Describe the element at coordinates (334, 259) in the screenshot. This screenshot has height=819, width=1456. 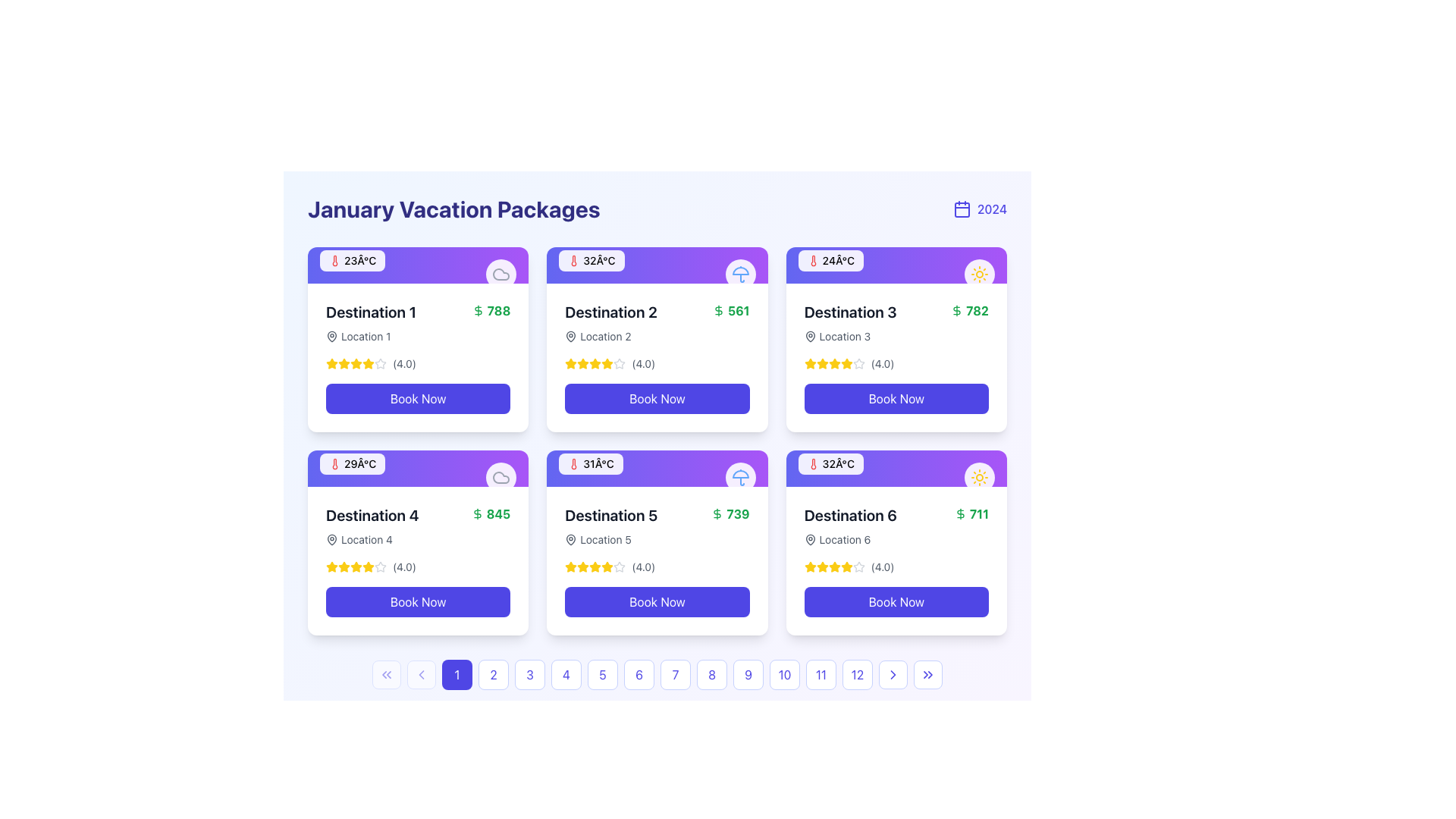
I see `the red thermometer-shaped icon located at the top left corner of the card labeled 'Destination 1', which displays '23°C'` at that location.